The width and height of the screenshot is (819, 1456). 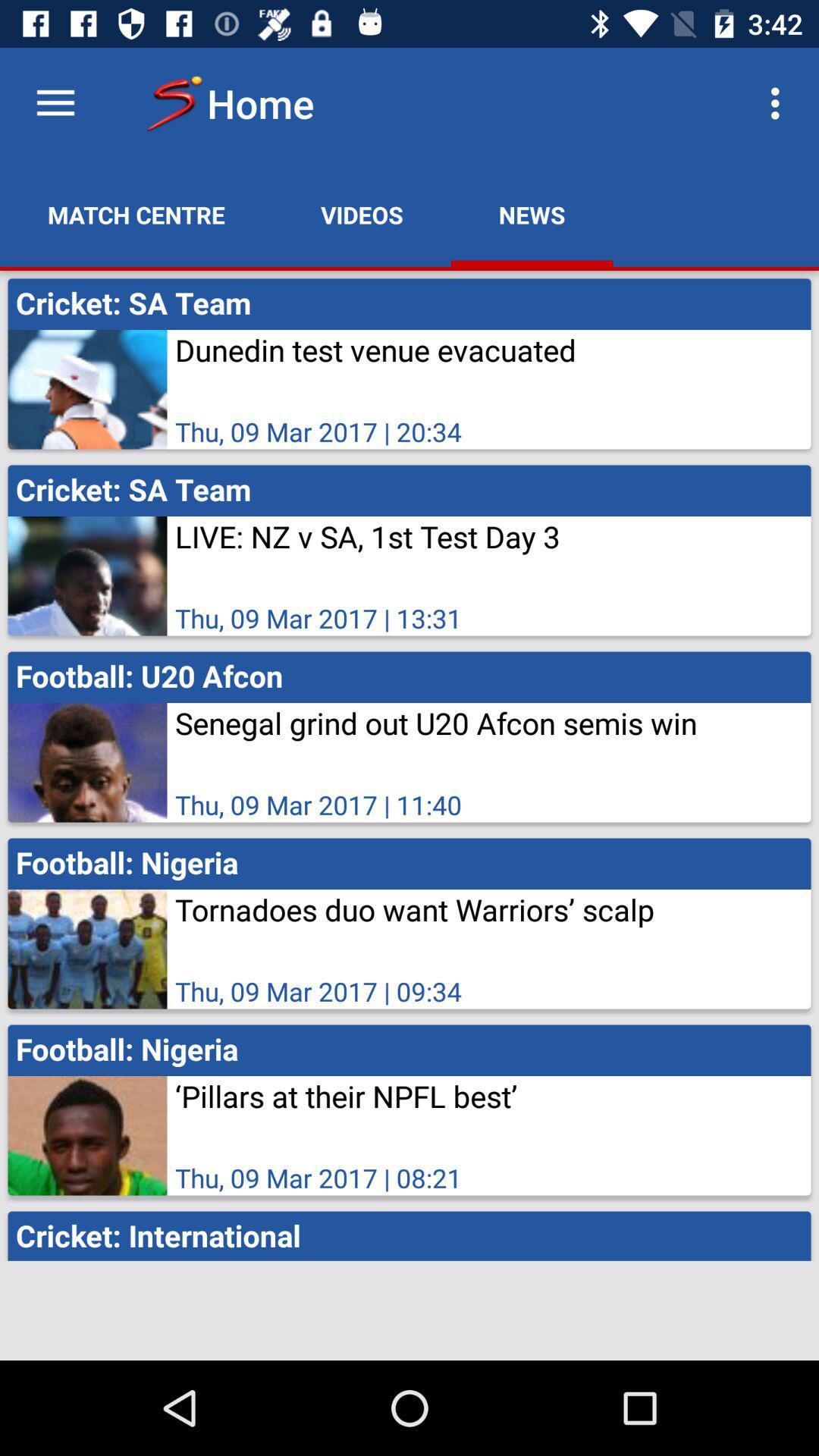 I want to click on the icon next to videos app, so click(x=136, y=214).